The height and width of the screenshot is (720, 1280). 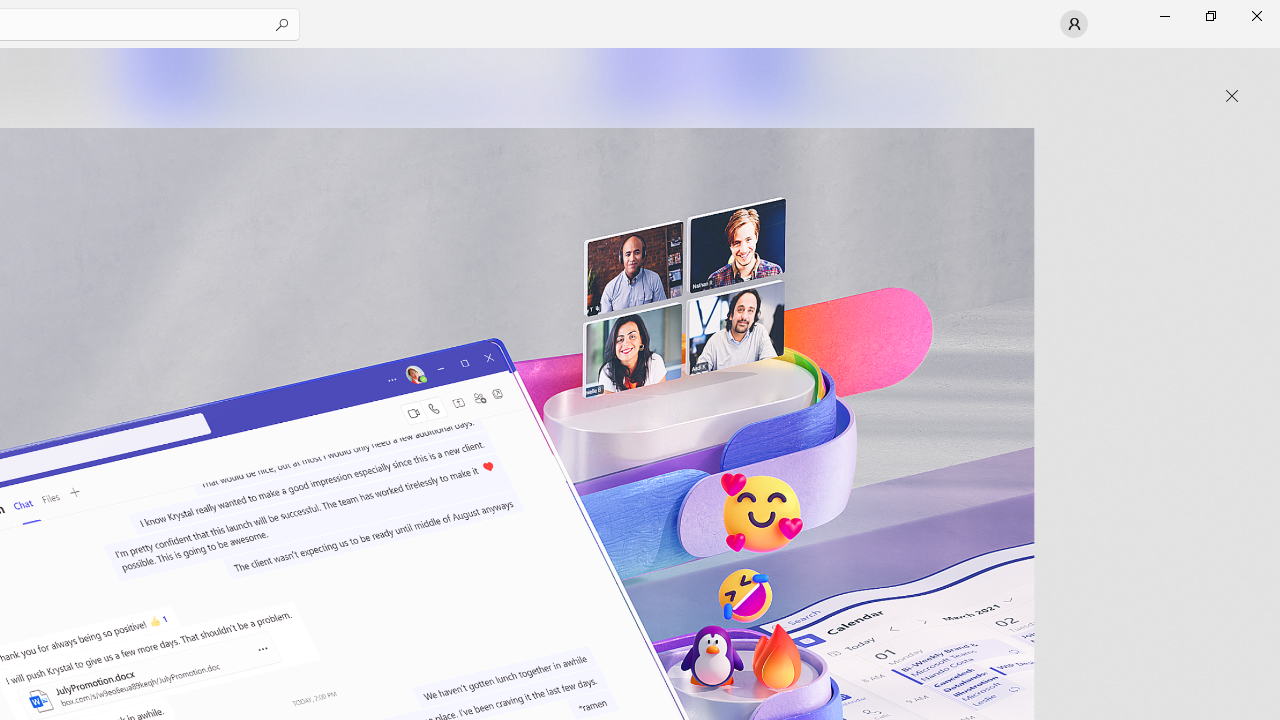 What do you see at coordinates (1255, 15) in the screenshot?
I see `'Close Microsoft Store'` at bounding box center [1255, 15].